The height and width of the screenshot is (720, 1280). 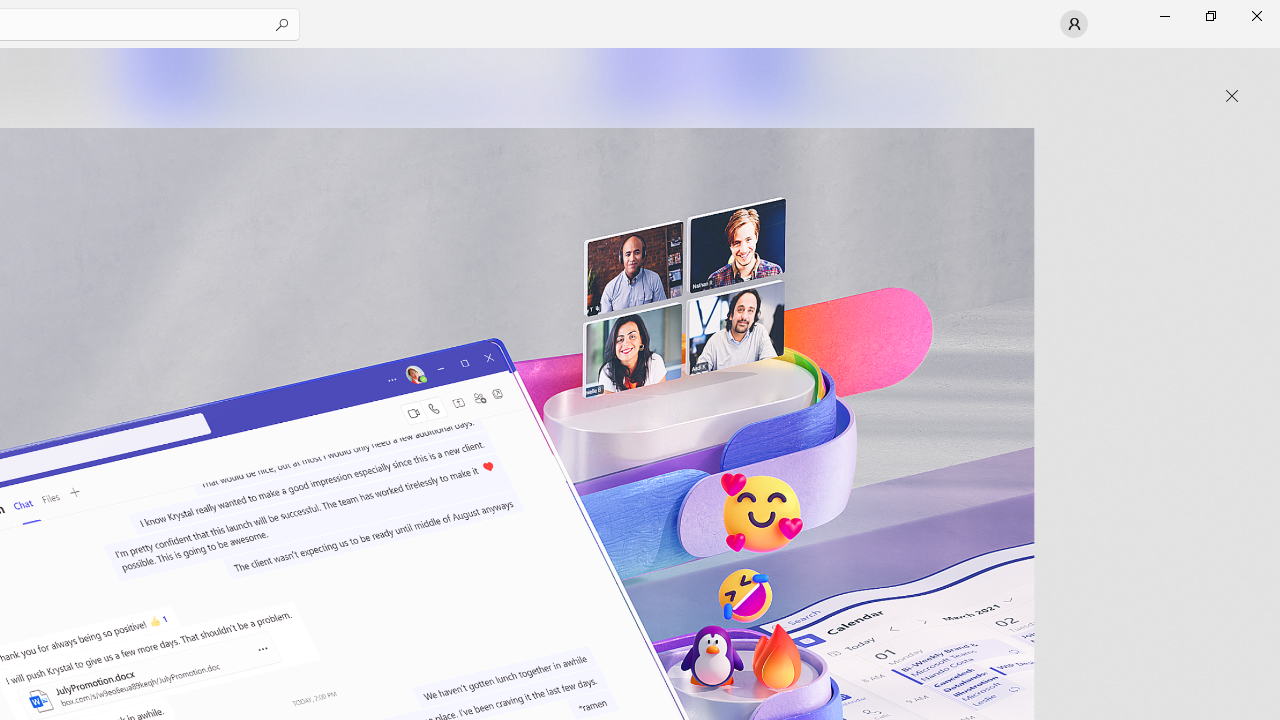 What do you see at coordinates (1255, 15) in the screenshot?
I see `'Close Microsoft Store'` at bounding box center [1255, 15].